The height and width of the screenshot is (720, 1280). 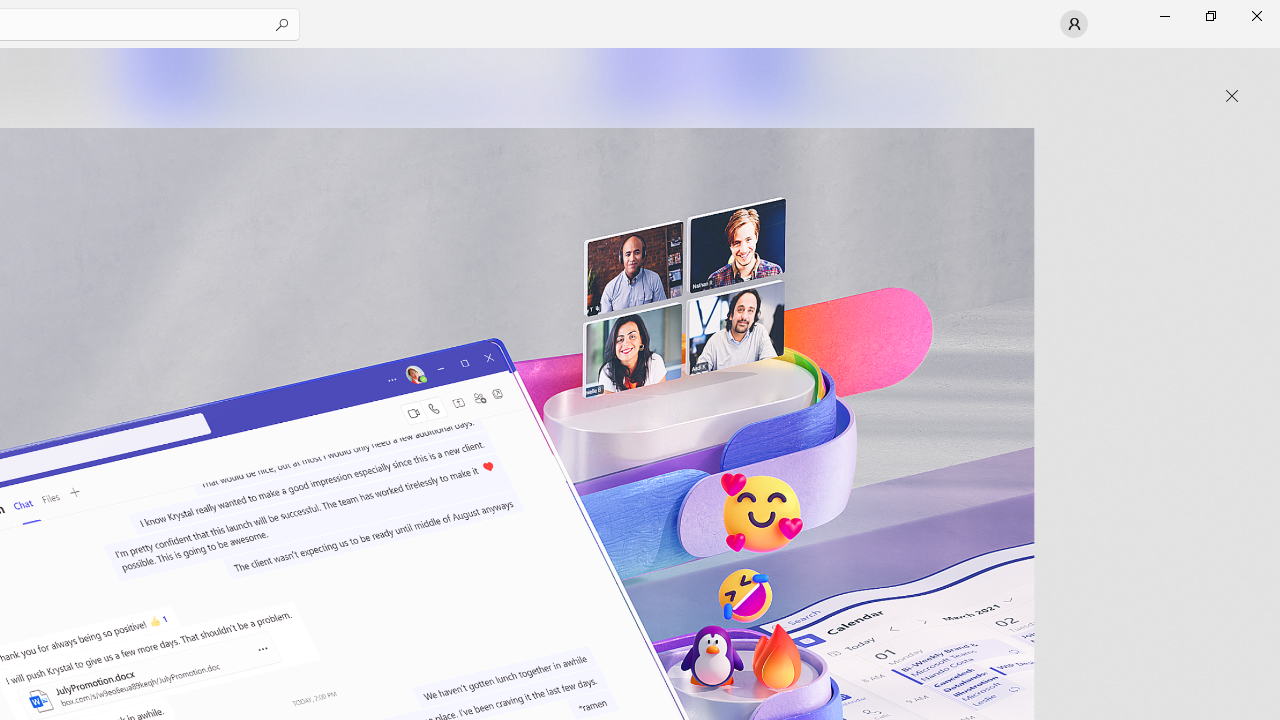 What do you see at coordinates (1255, 15) in the screenshot?
I see `'Close Microsoft Store'` at bounding box center [1255, 15].